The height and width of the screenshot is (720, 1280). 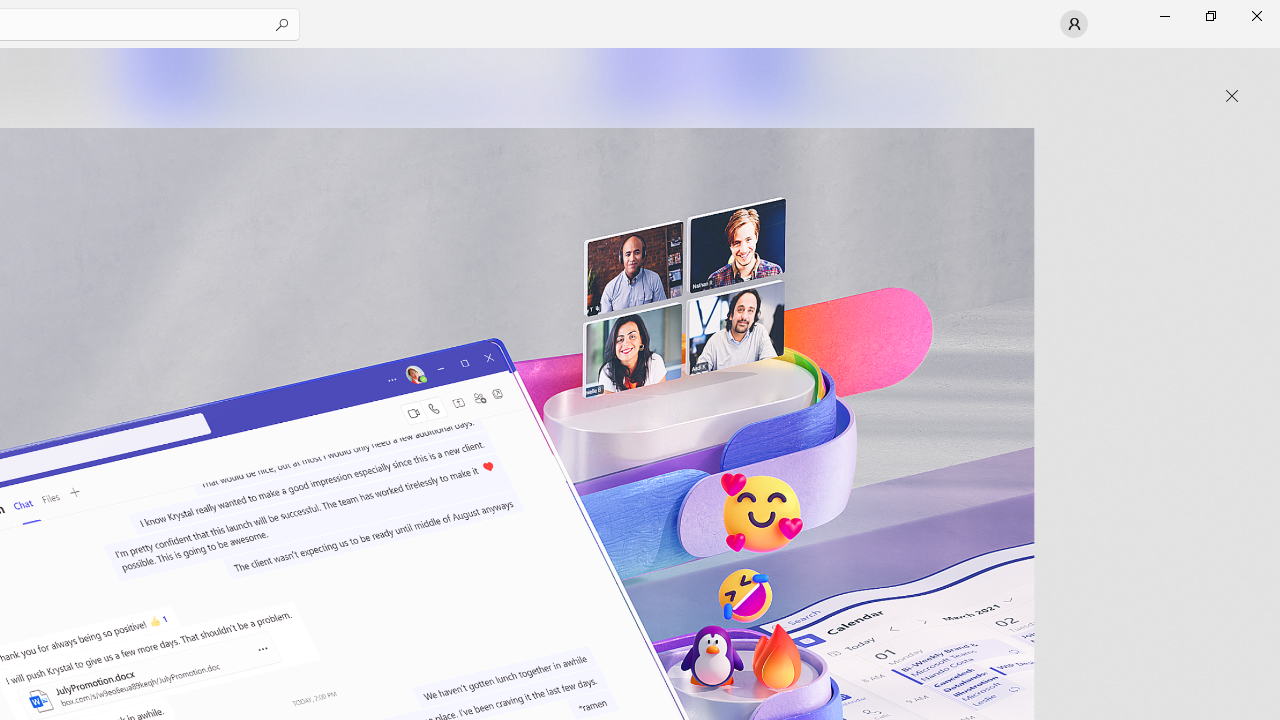 What do you see at coordinates (1255, 15) in the screenshot?
I see `'Close Microsoft Store'` at bounding box center [1255, 15].